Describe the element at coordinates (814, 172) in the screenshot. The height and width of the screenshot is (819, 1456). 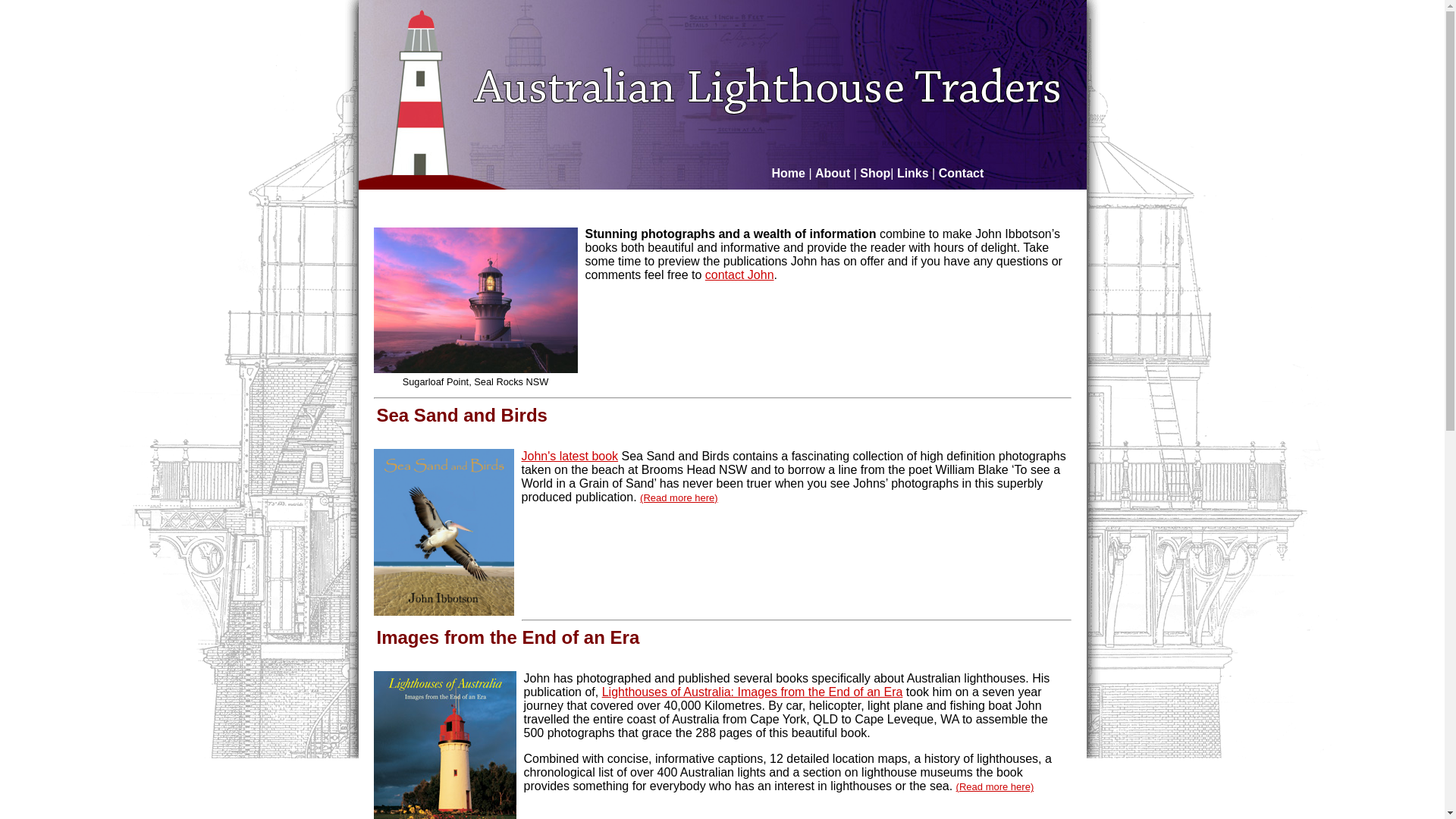
I see `'About'` at that location.